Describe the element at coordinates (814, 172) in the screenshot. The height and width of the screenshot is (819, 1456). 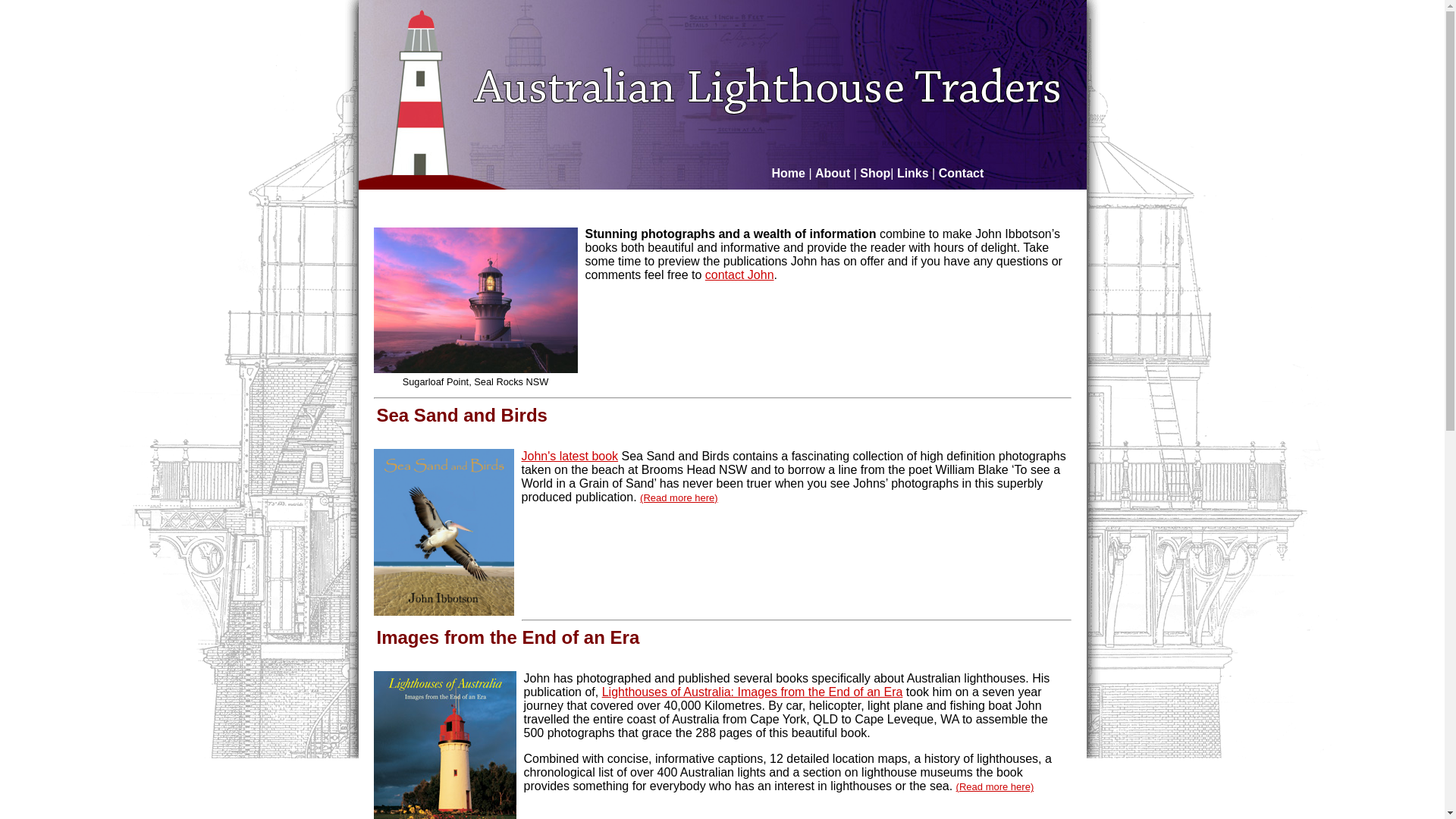
I see `'About'` at that location.